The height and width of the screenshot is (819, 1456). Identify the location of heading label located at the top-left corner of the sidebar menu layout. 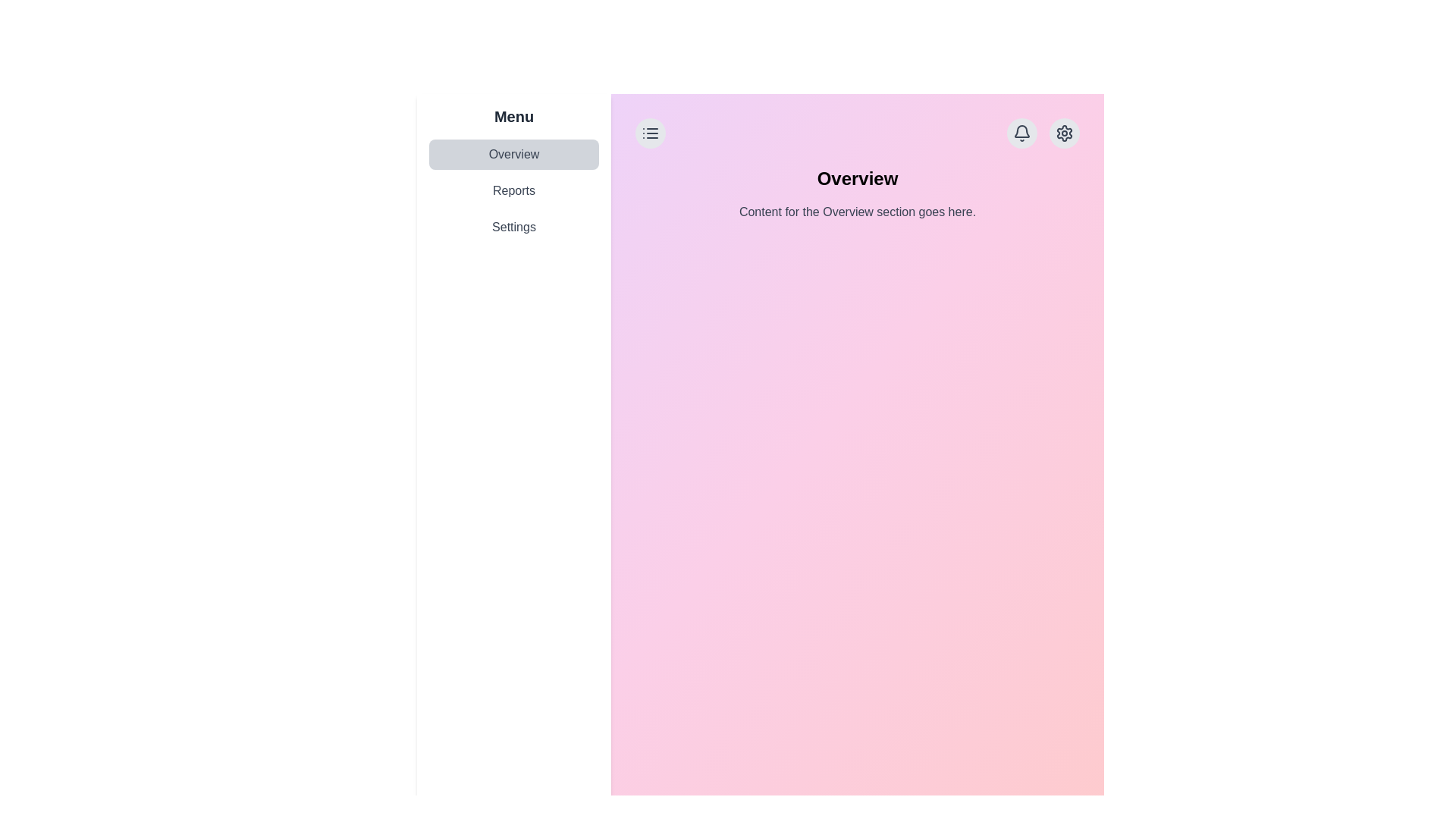
(513, 116).